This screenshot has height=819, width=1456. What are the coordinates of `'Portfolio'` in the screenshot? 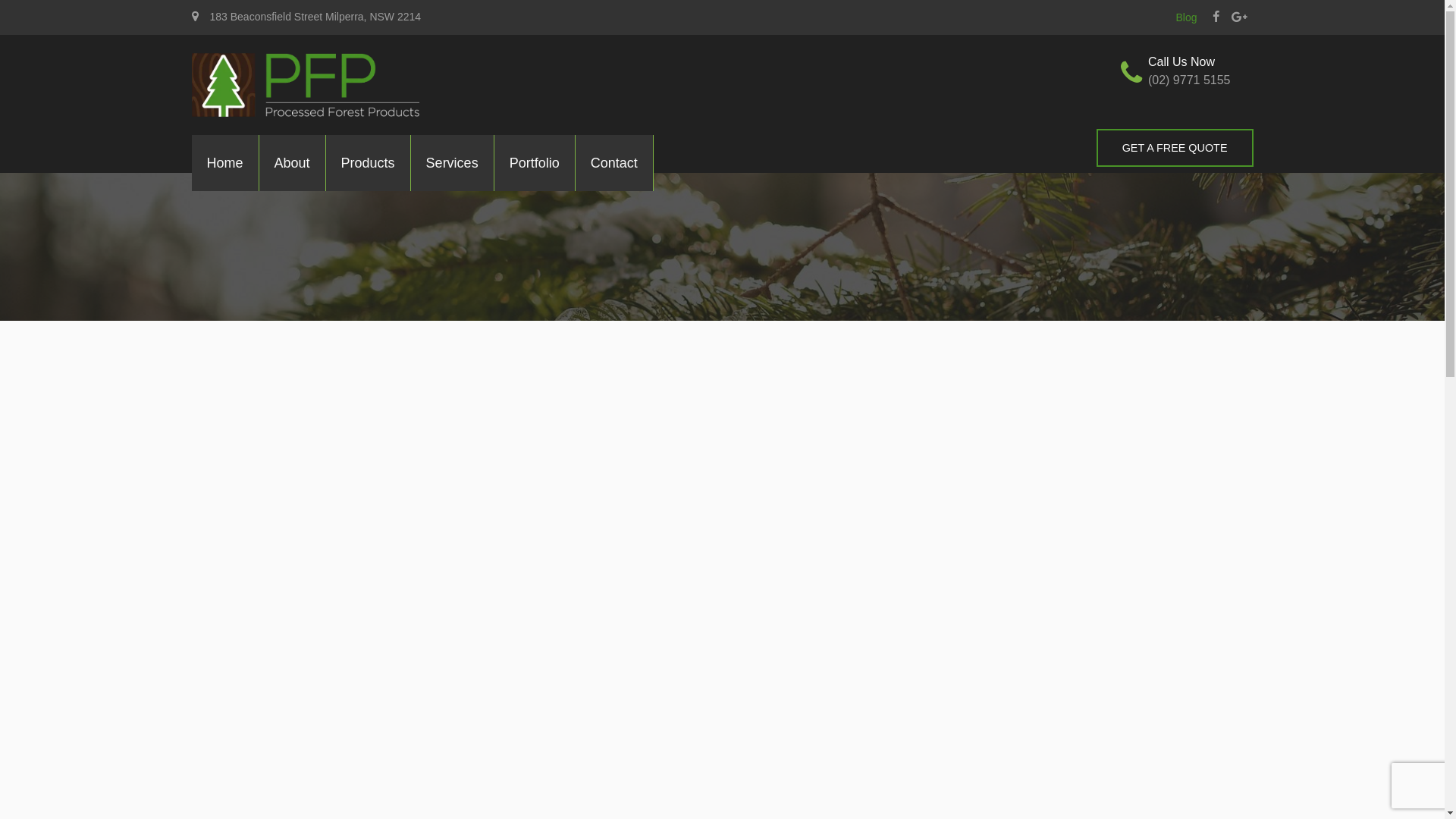 It's located at (535, 163).